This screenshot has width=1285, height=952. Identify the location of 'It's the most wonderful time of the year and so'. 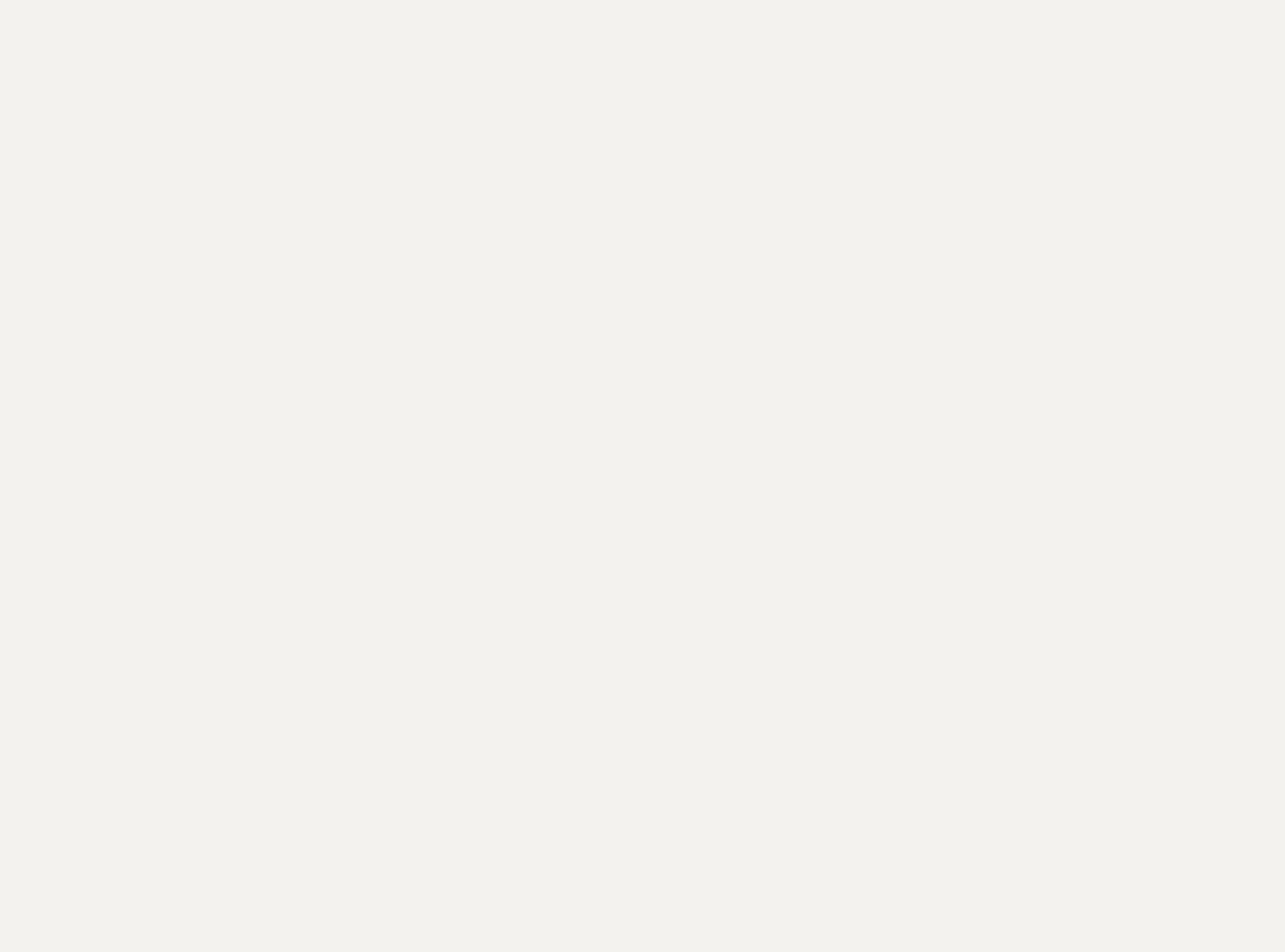
(489, 90).